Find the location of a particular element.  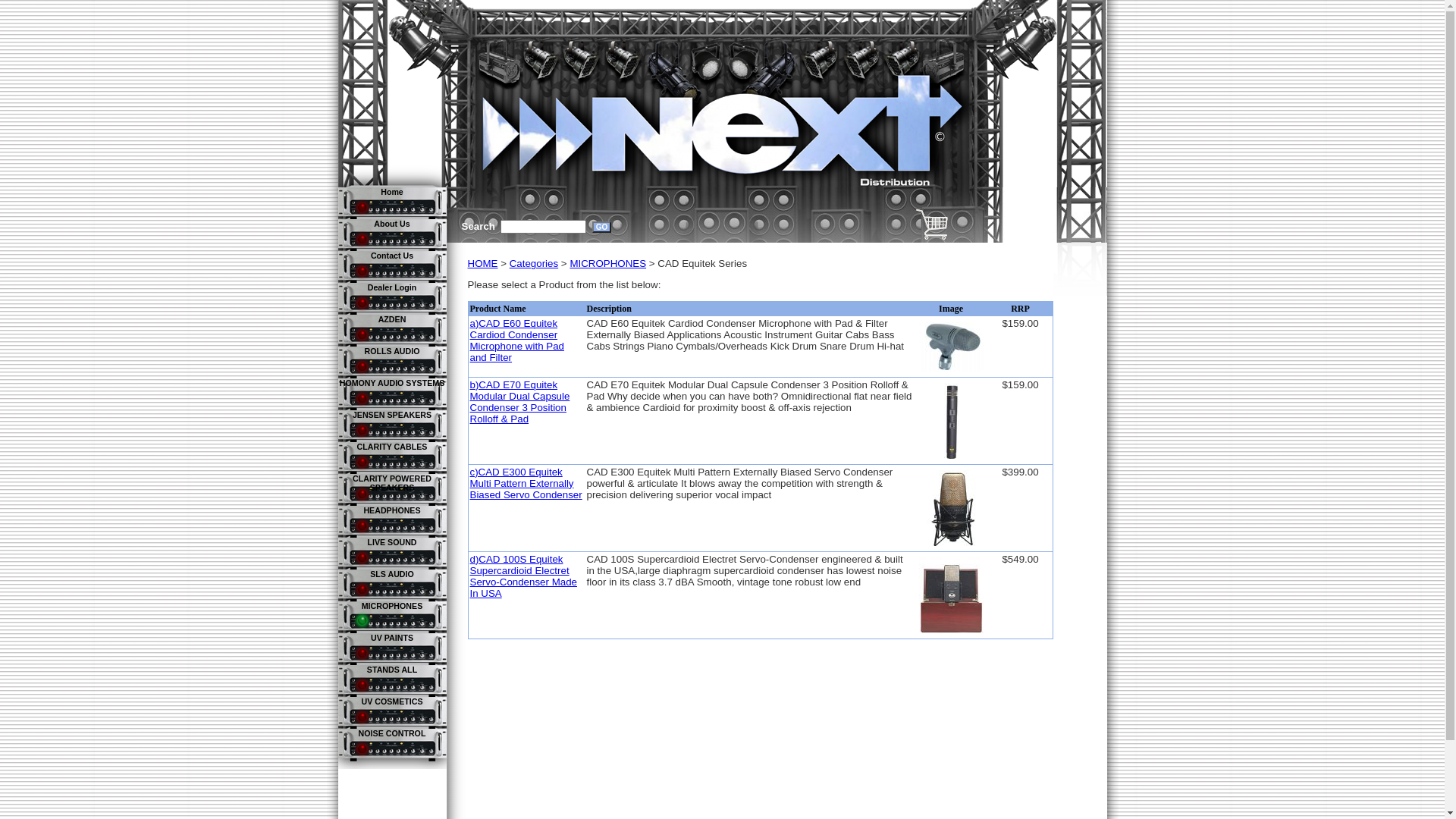

'About Us' is located at coordinates (374, 223).